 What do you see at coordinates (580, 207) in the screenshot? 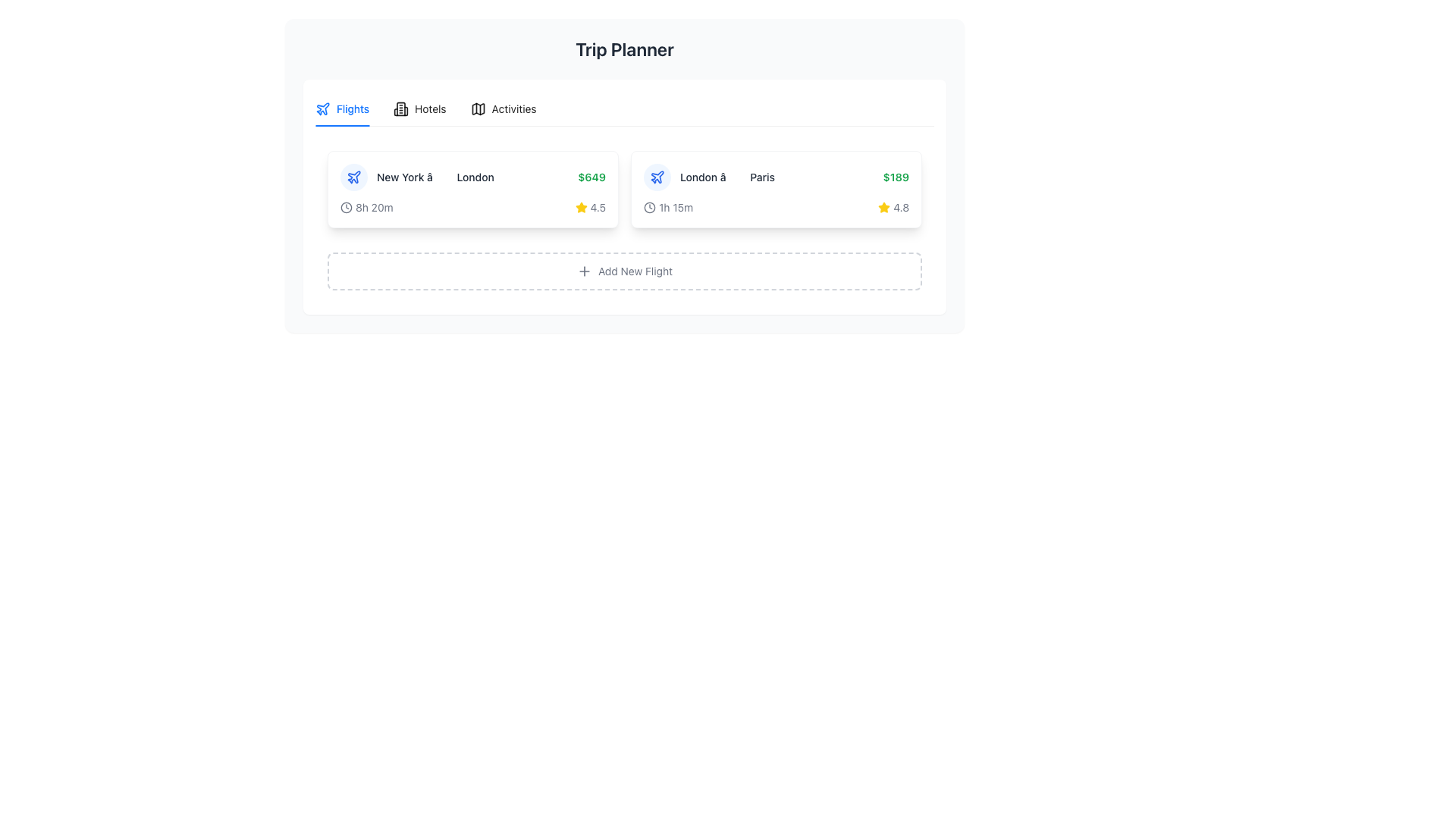
I see `the star-shaped yellow icon representing a 4.5 rating in the flight card from 'New York' to 'London'` at bounding box center [580, 207].